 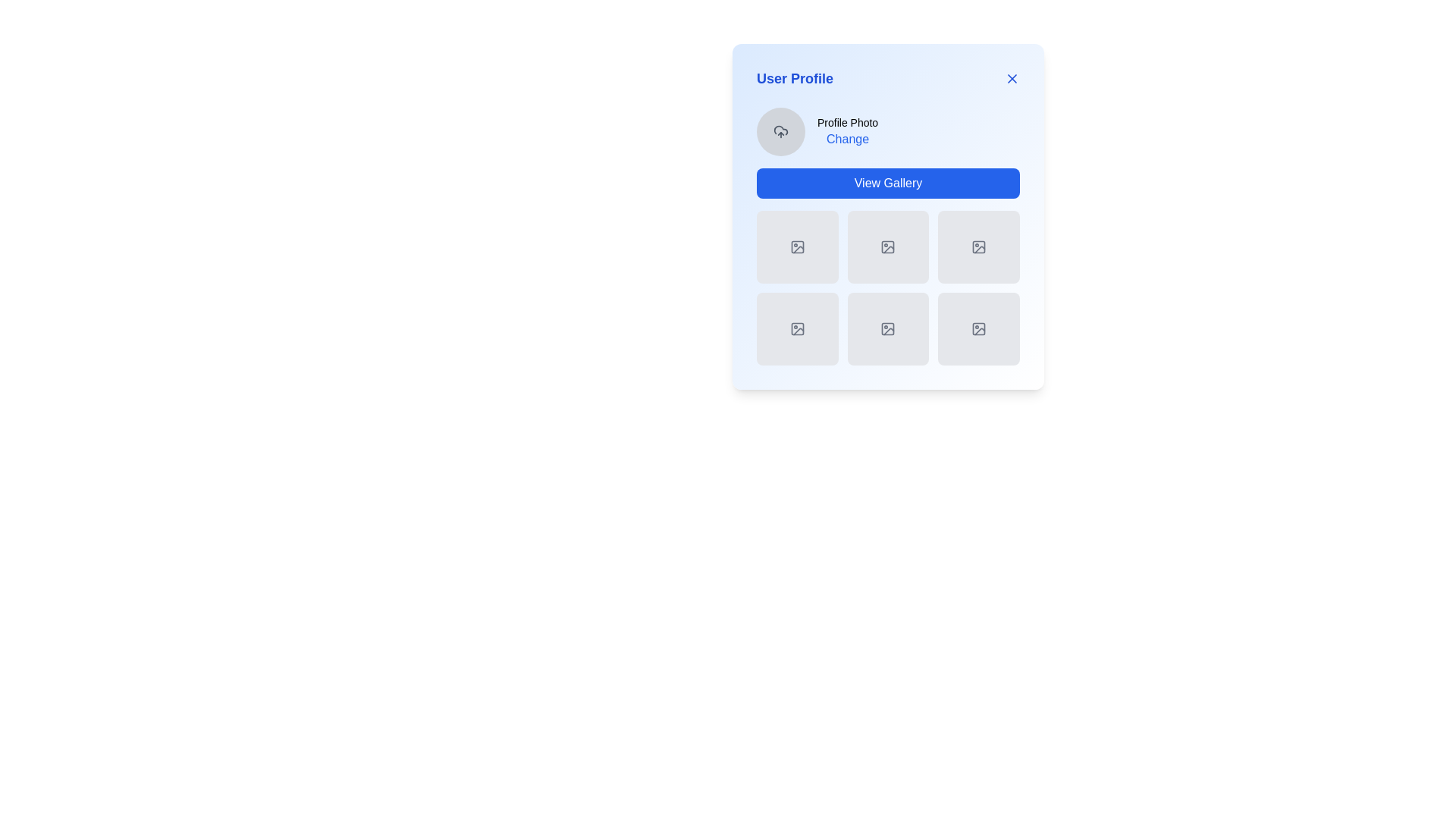 I want to click on the image placeholder icon located in the lower middle position of a 3x2 grid layout, so click(x=888, y=328).